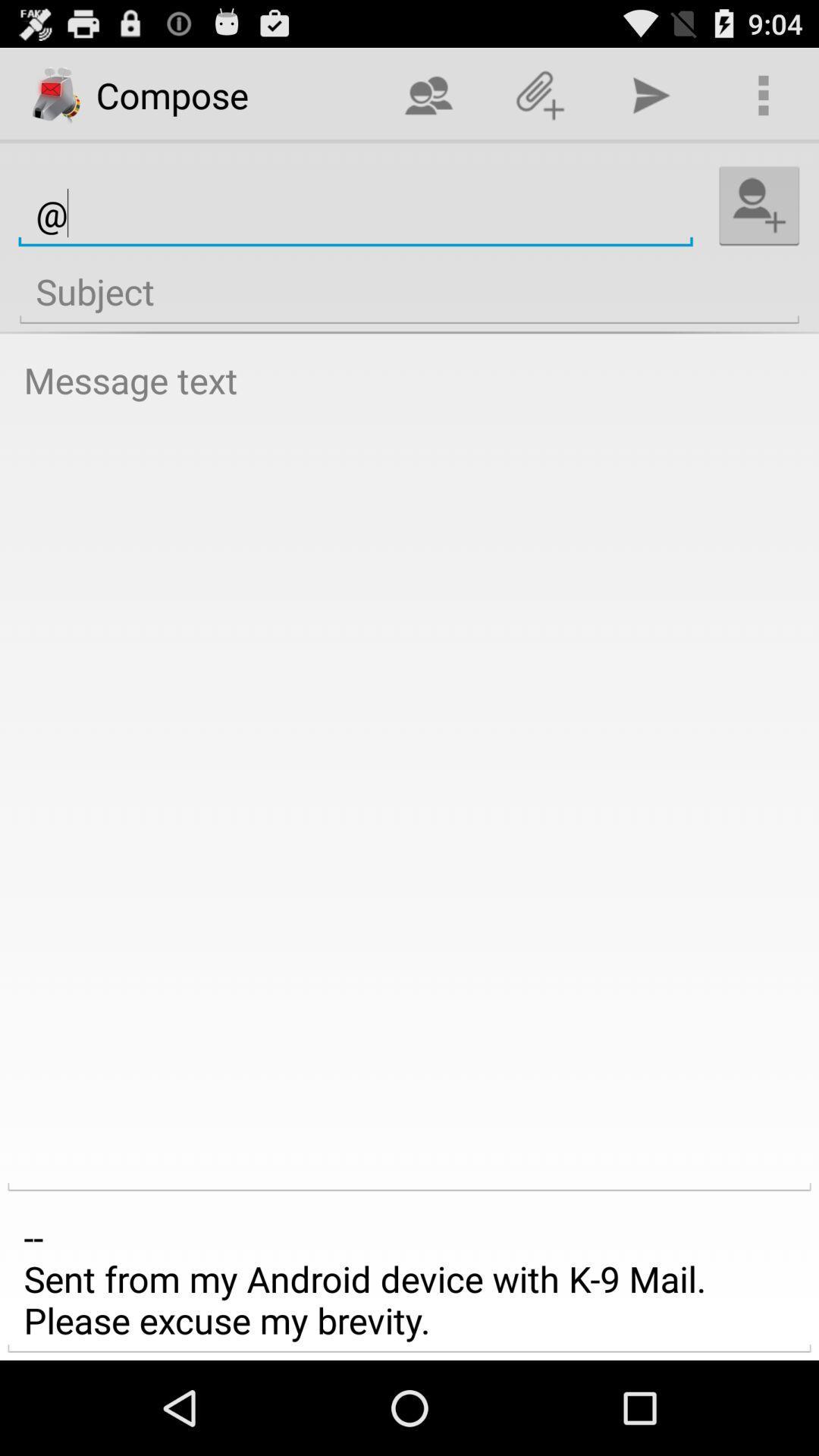 Image resolution: width=819 pixels, height=1456 pixels. Describe the element at coordinates (409, 292) in the screenshot. I see `type subject` at that location.